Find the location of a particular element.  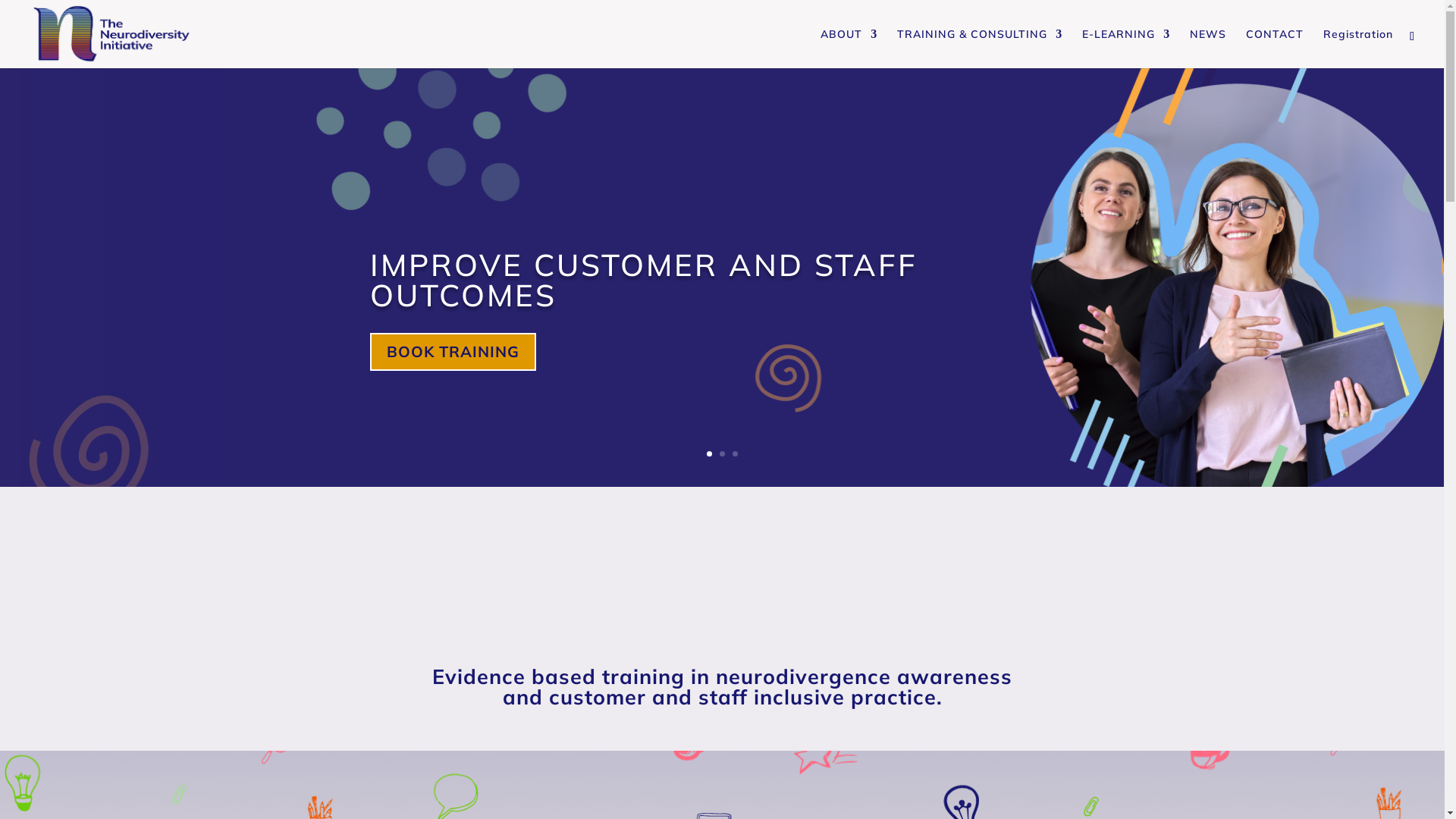

'1' is located at coordinates (705, 453).